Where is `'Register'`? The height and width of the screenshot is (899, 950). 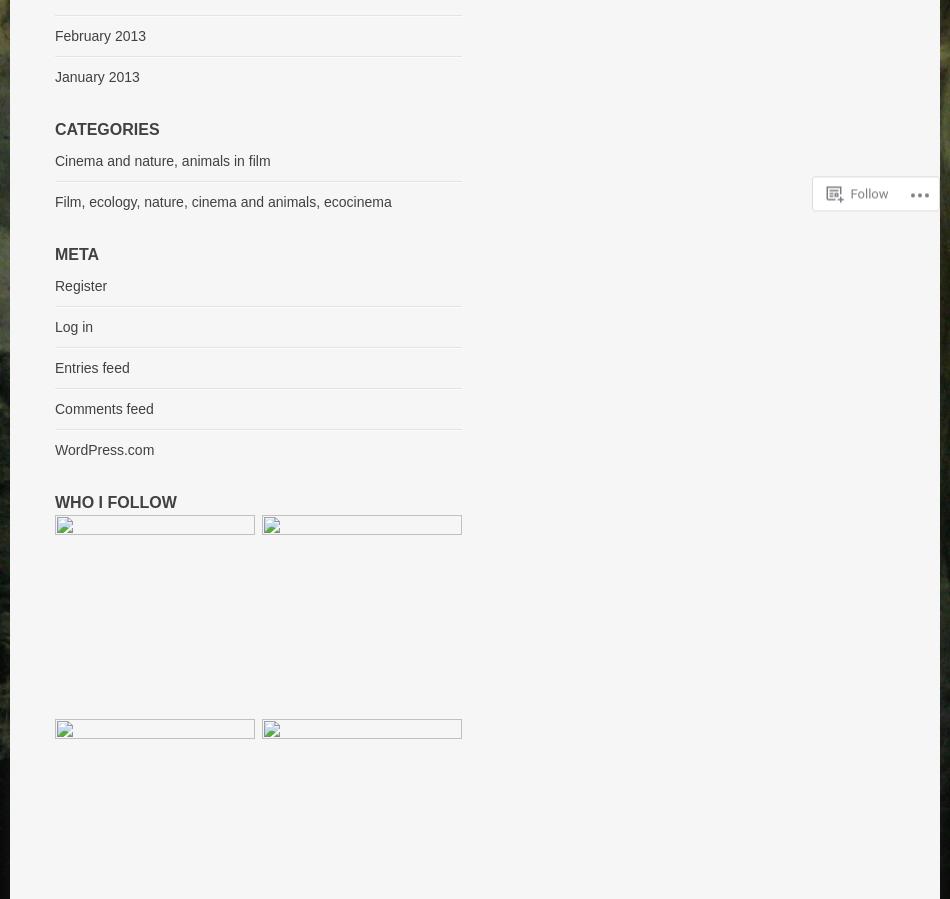
'Register' is located at coordinates (81, 285).